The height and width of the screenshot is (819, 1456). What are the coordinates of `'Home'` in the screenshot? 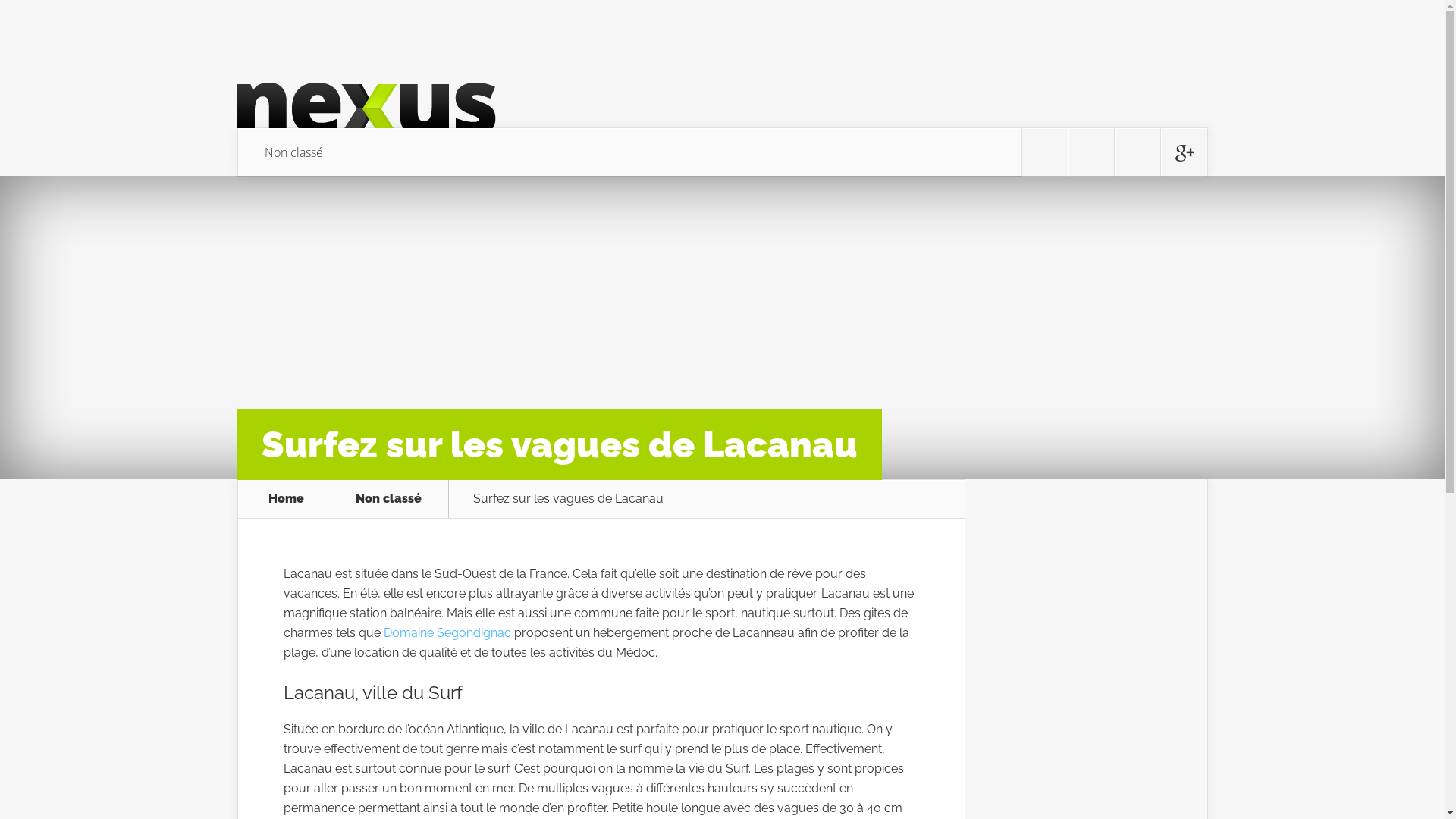 It's located at (286, 499).